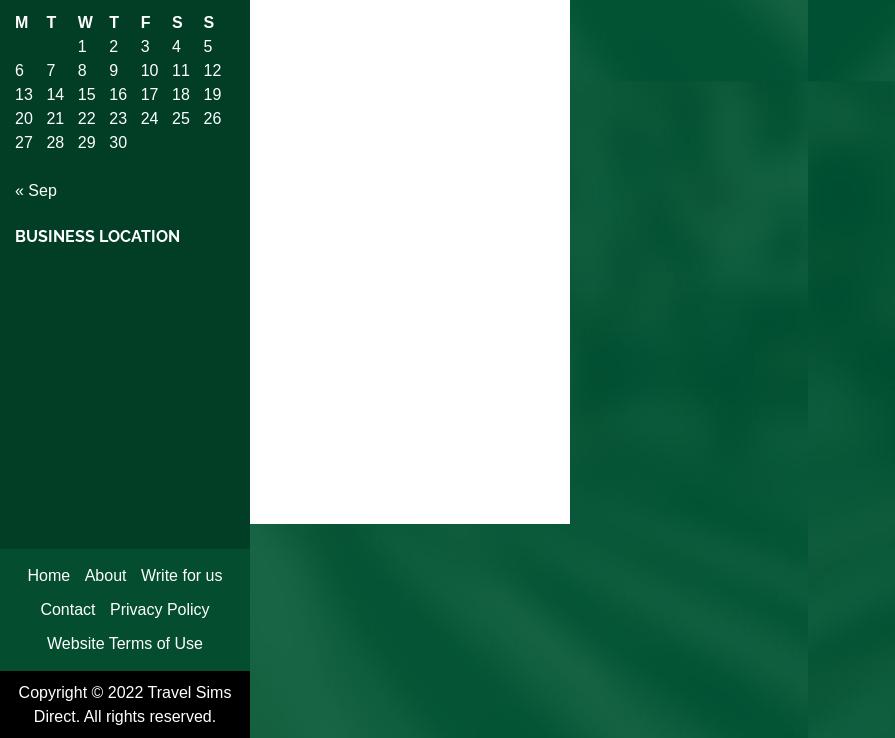 This screenshot has width=895, height=738. I want to click on '20', so click(23, 117).